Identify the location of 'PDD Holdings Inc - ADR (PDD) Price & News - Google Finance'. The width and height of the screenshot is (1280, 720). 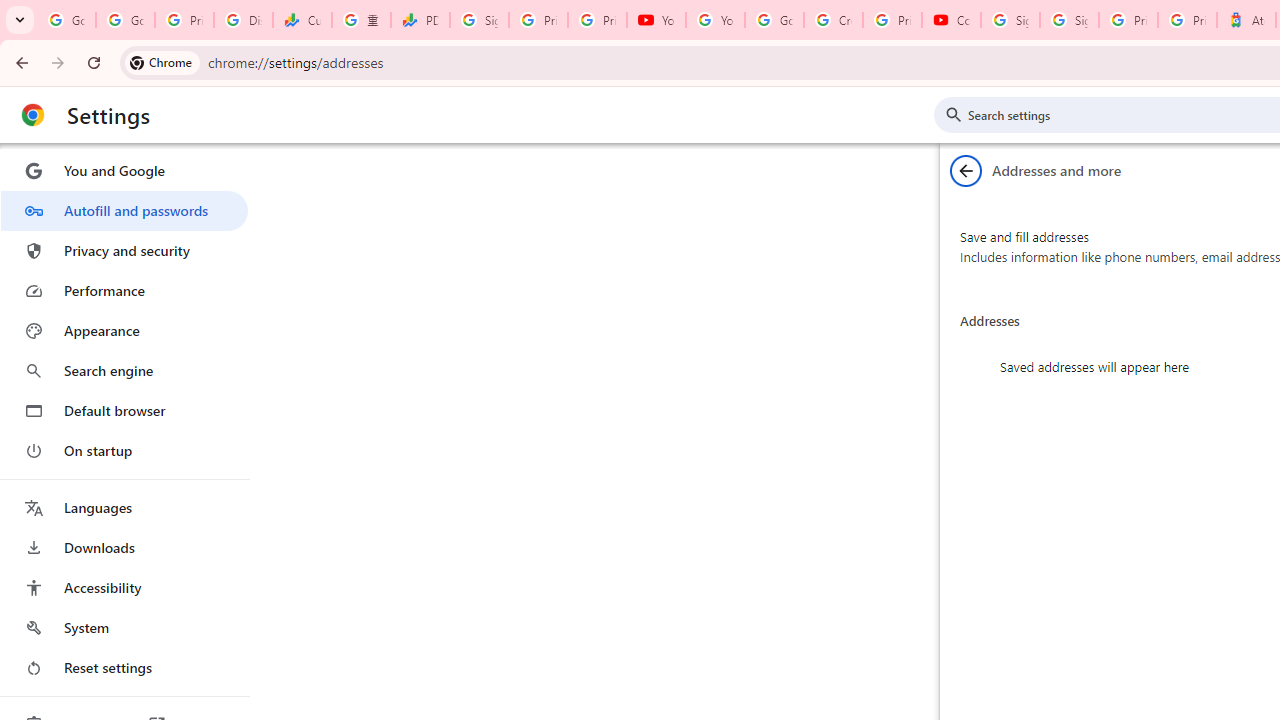
(419, 20).